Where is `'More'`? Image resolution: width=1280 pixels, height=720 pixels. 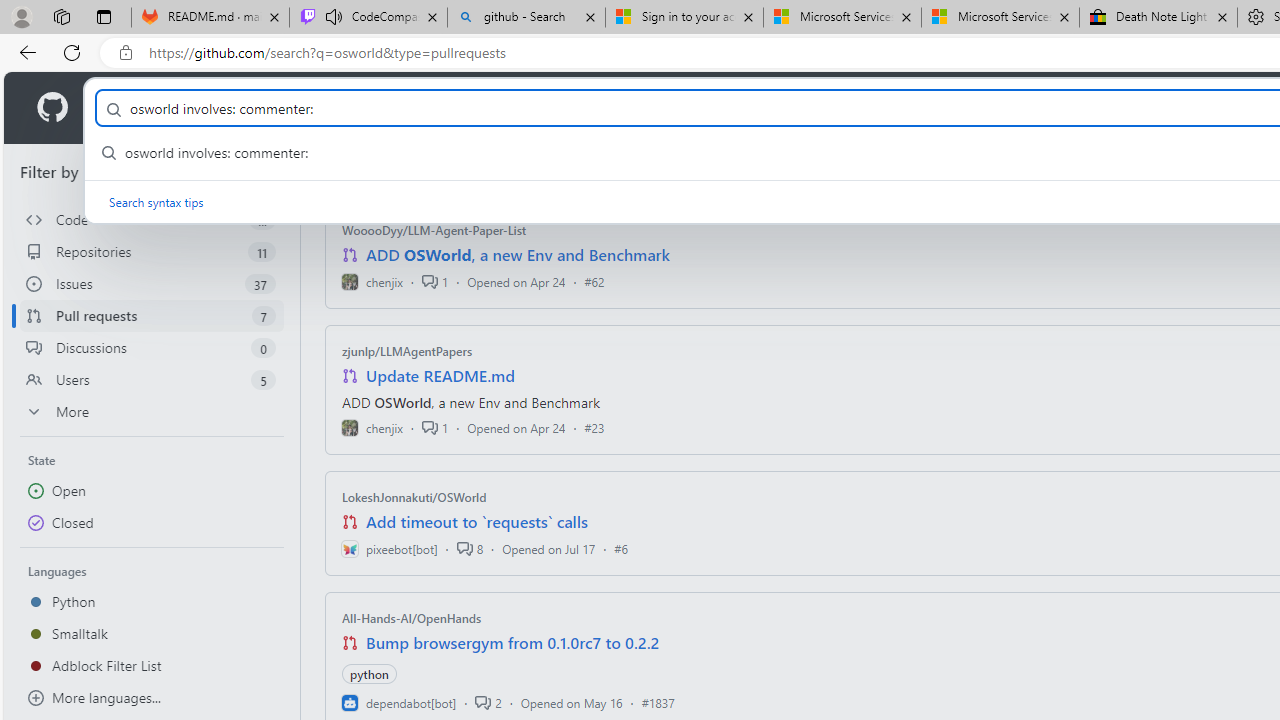 'More' is located at coordinates (151, 410).